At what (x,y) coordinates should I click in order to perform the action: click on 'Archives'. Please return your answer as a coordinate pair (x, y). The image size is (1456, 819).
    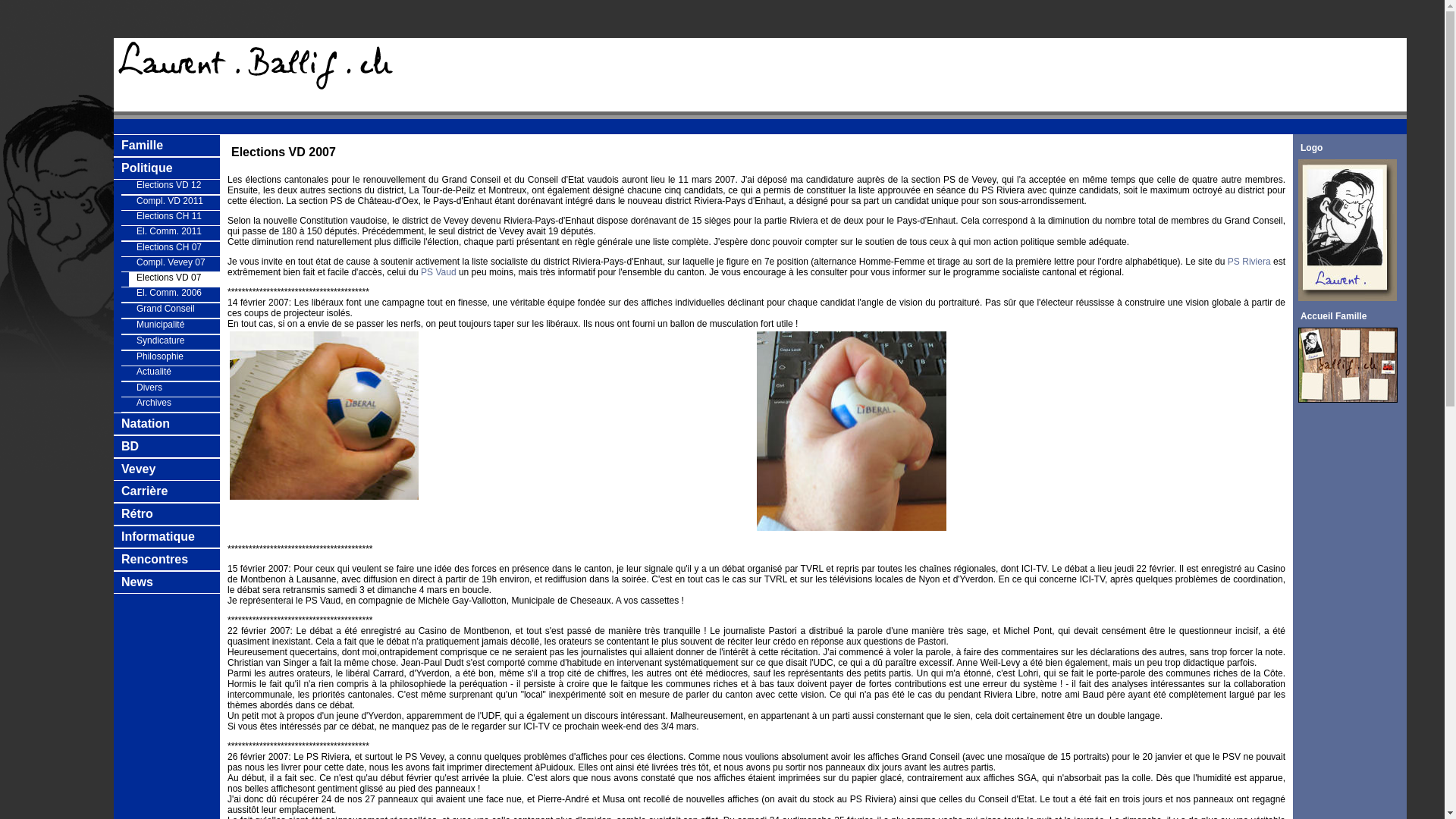
    Looking at the image, I should click on (174, 403).